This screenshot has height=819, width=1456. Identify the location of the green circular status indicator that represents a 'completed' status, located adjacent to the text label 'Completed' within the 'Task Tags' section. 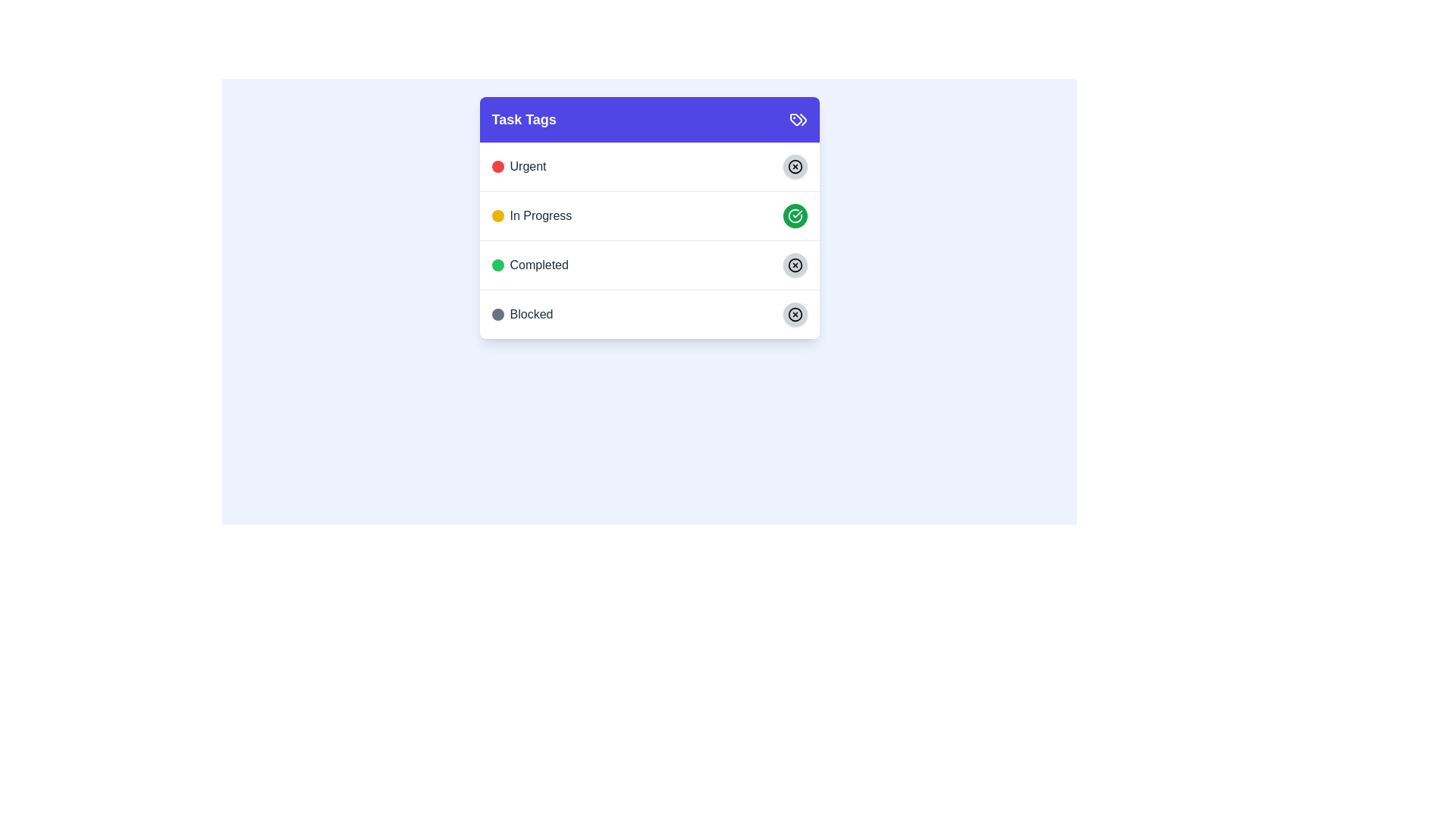
(497, 265).